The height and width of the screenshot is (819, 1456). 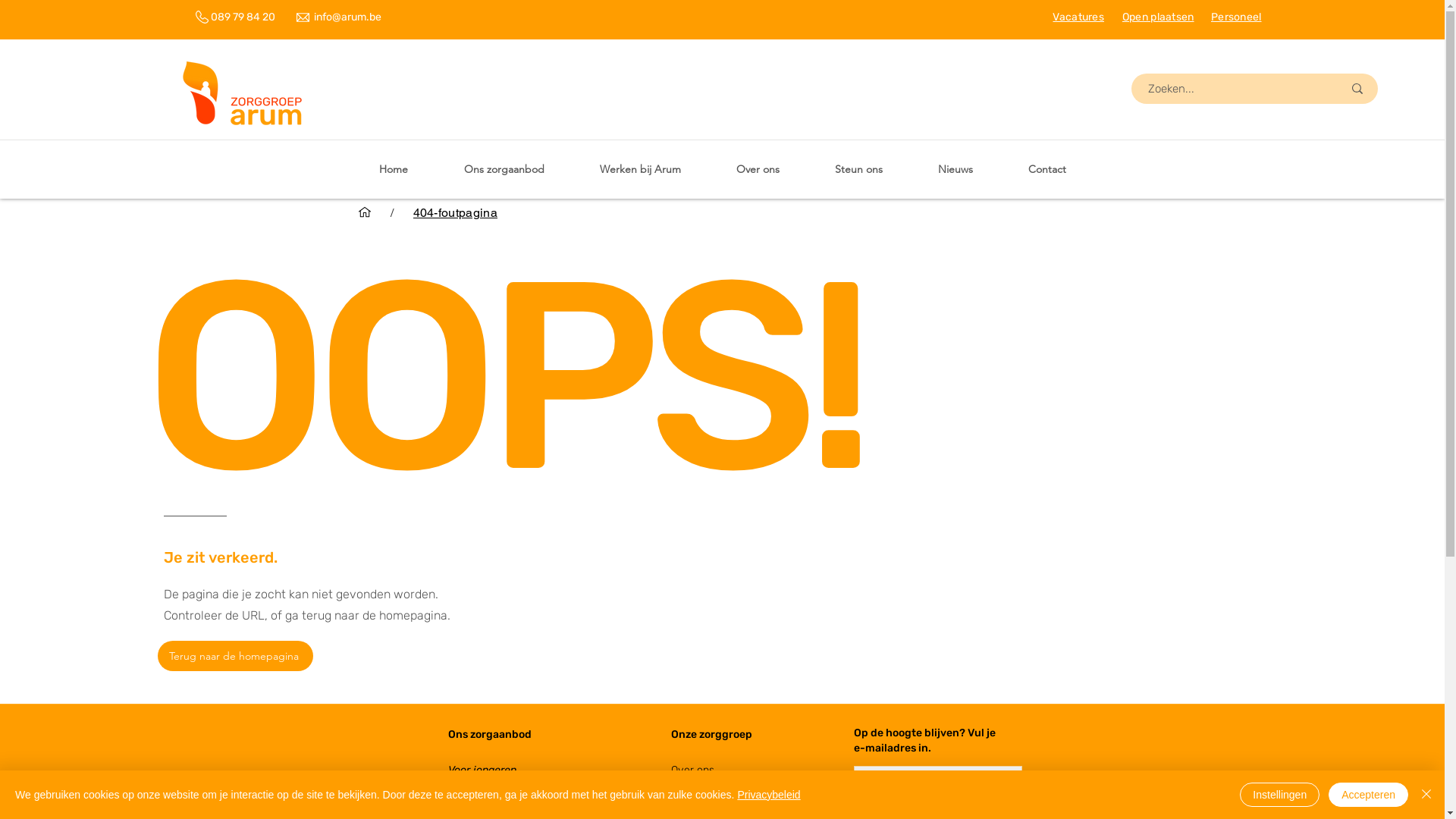 What do you see at coordinates (858, 169) in the screenshot?
I see `'Steun ons'` at bounding box center [858, 169].